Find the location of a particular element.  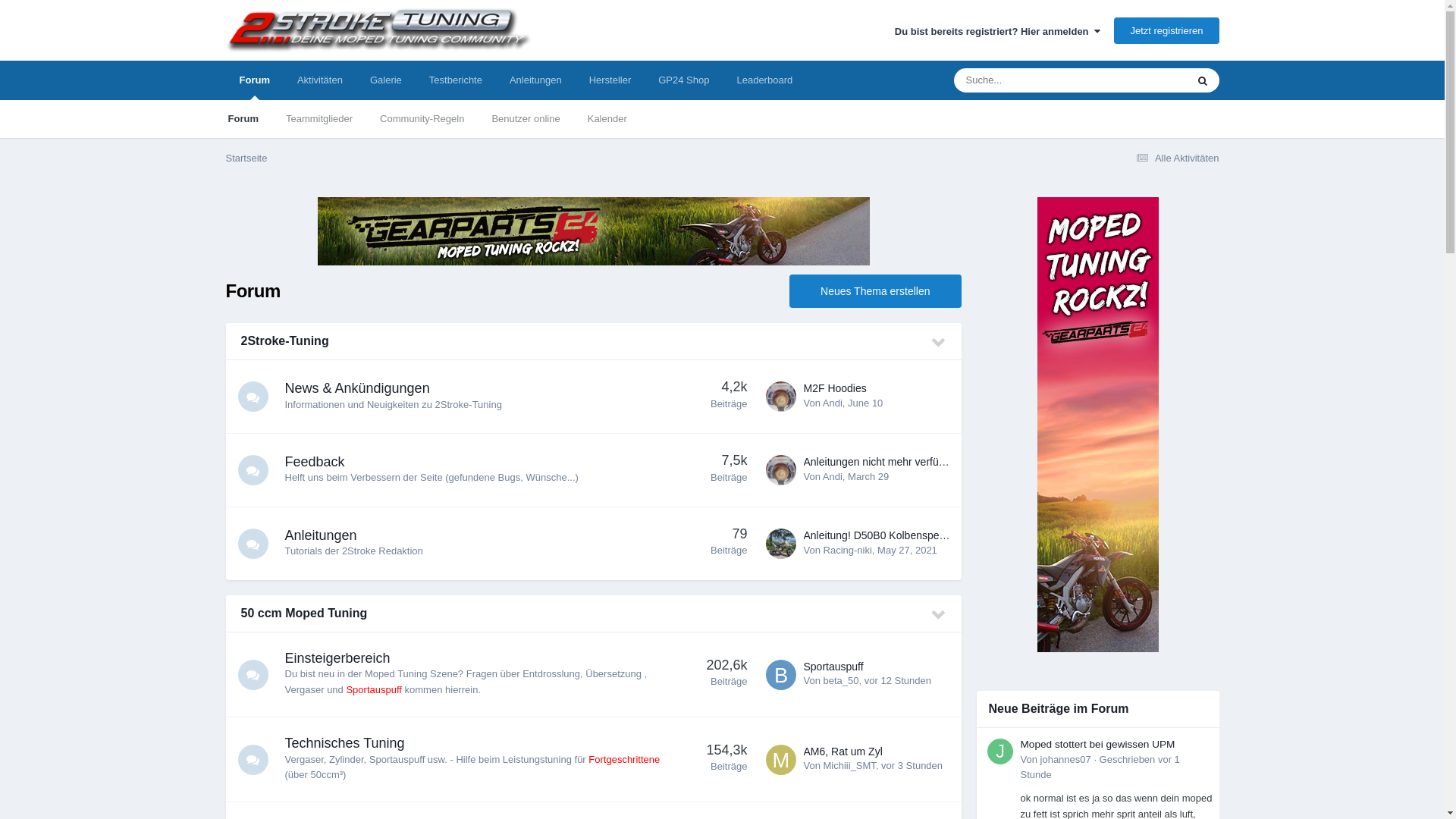

'Jetzt registrieren' is located at coordinates (1113, 30).